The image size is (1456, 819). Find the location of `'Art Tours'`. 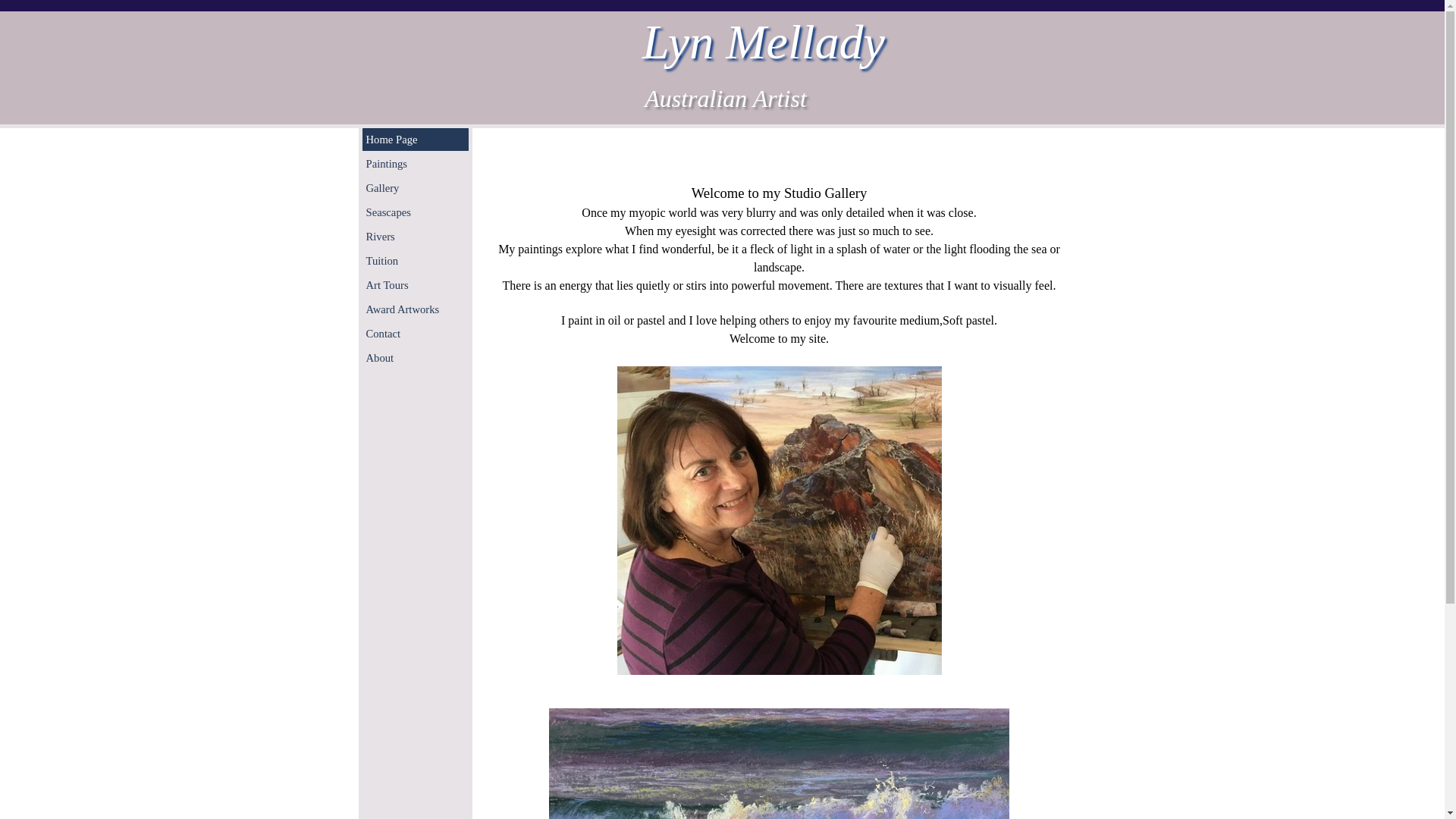

'Art Tours' is located at coordinates (415, 284).